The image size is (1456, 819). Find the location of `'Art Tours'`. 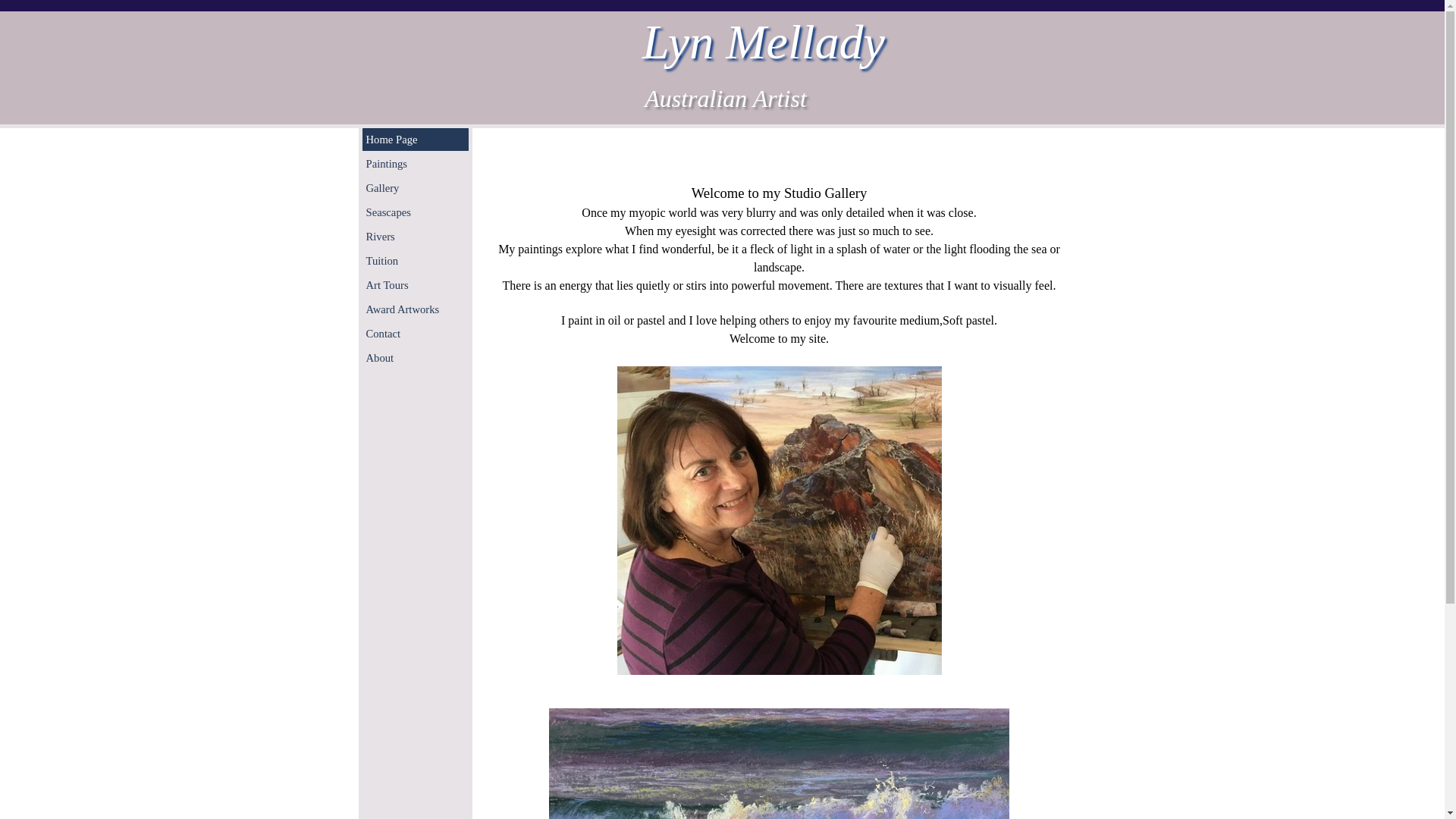

'Art Tours' is located at coordinates (415, 284).